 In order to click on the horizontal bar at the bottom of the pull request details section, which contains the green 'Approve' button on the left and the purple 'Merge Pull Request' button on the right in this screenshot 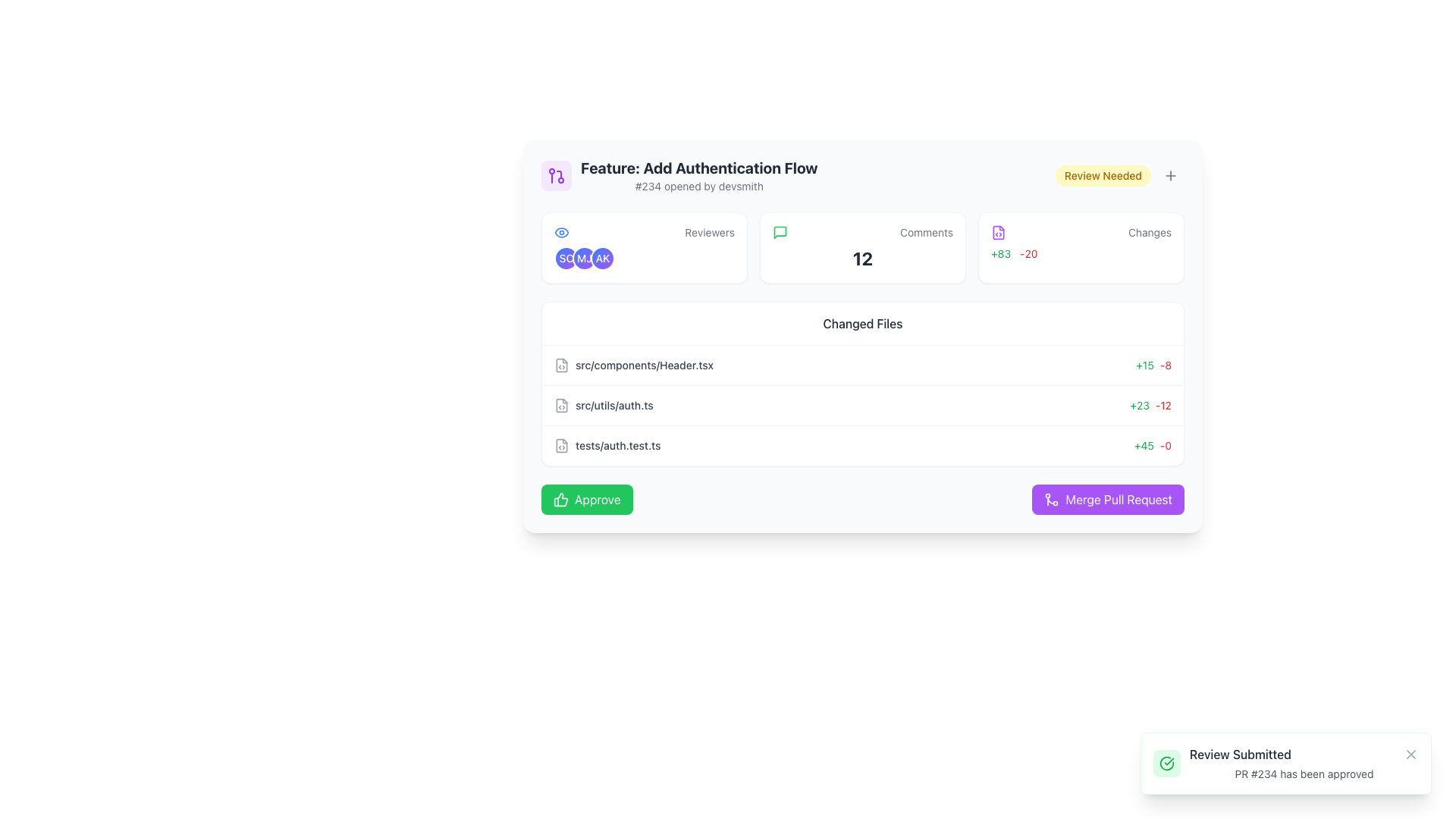, I will do `click(862, 500)`.